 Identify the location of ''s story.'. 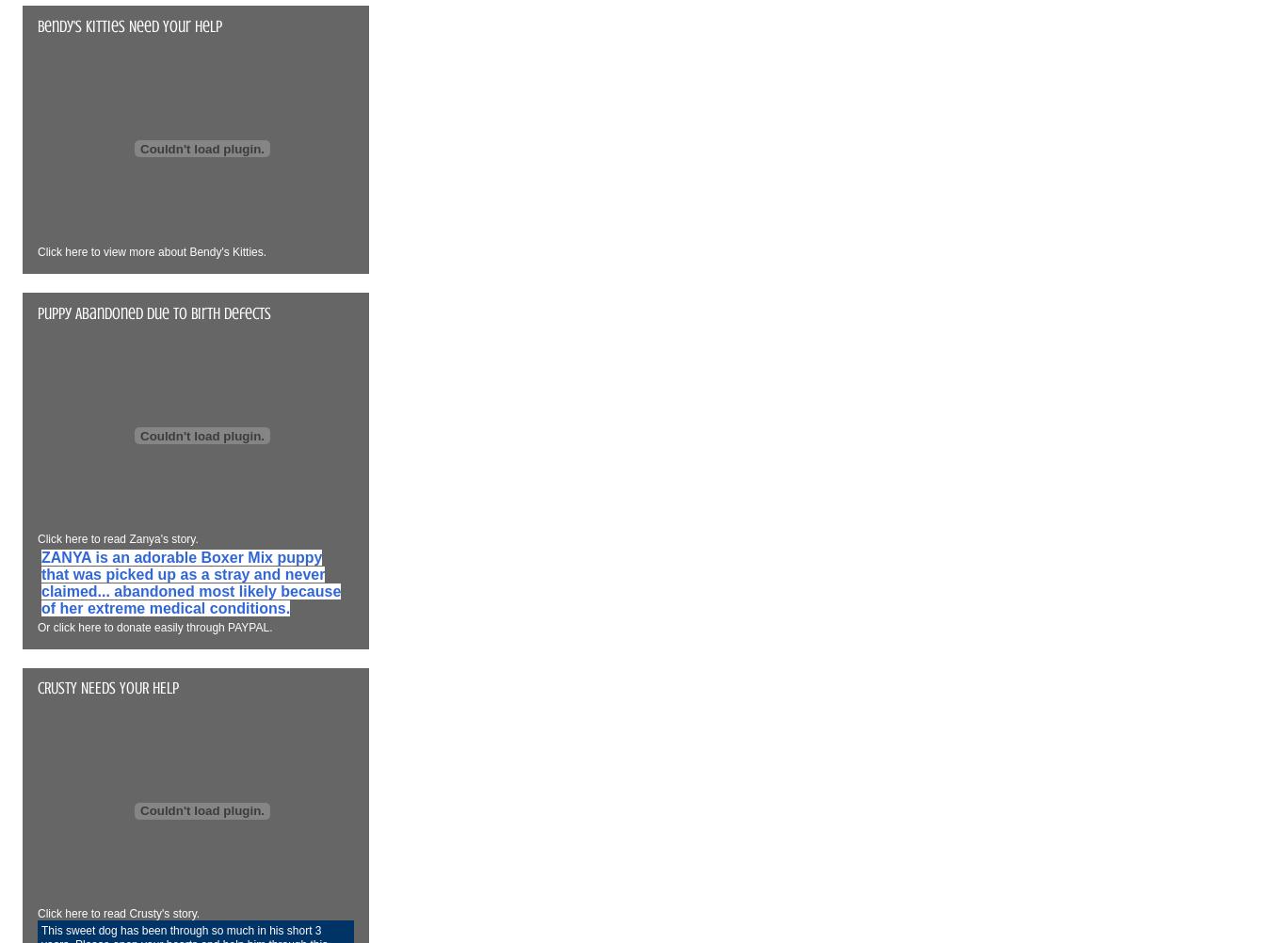
(178, 538).